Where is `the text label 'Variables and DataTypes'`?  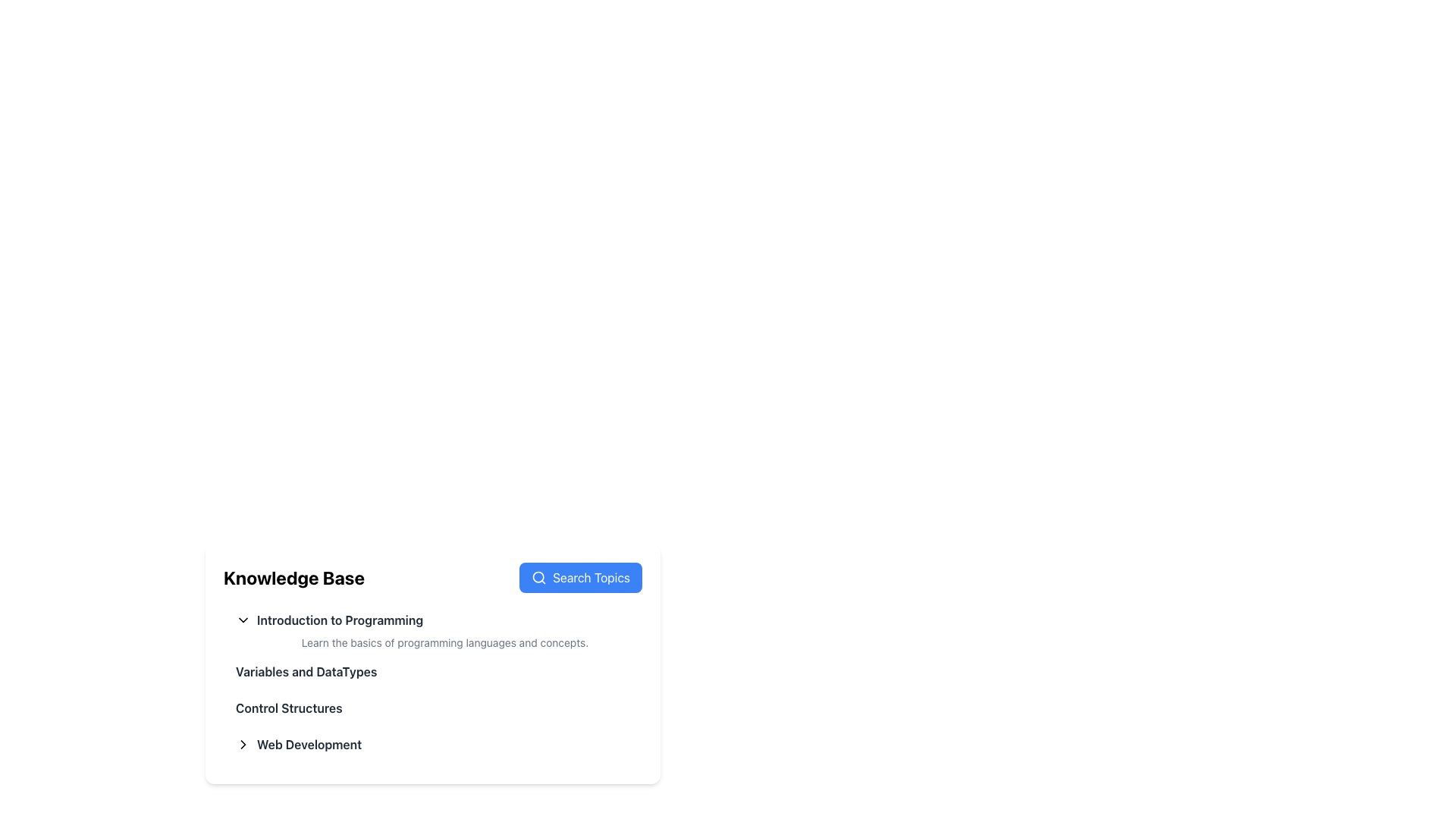 the text label 'Variables and DataTypes' is located at coordinates (305, 671).